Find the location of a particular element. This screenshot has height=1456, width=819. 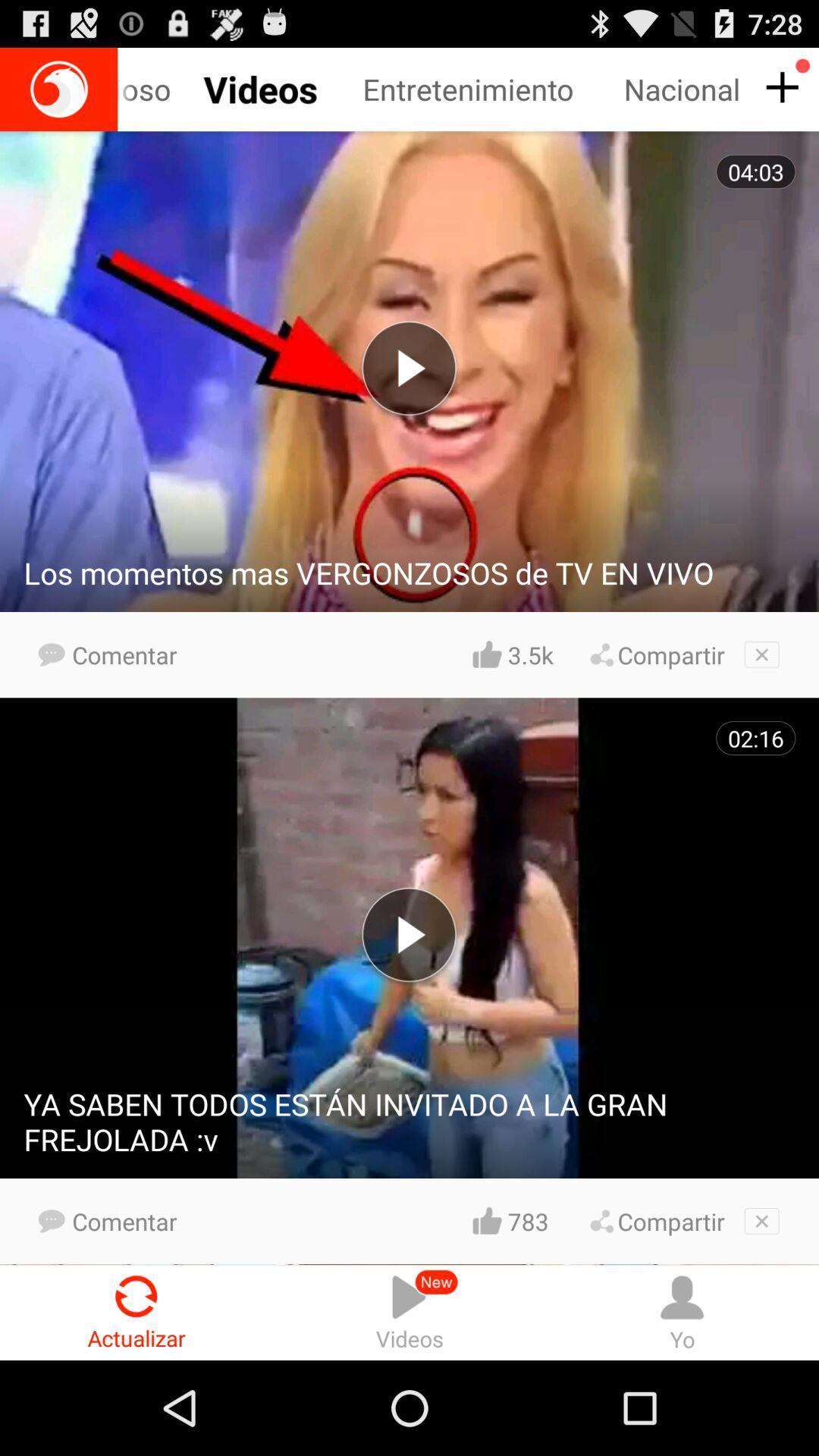

more info is located at coordinates (780, 87).